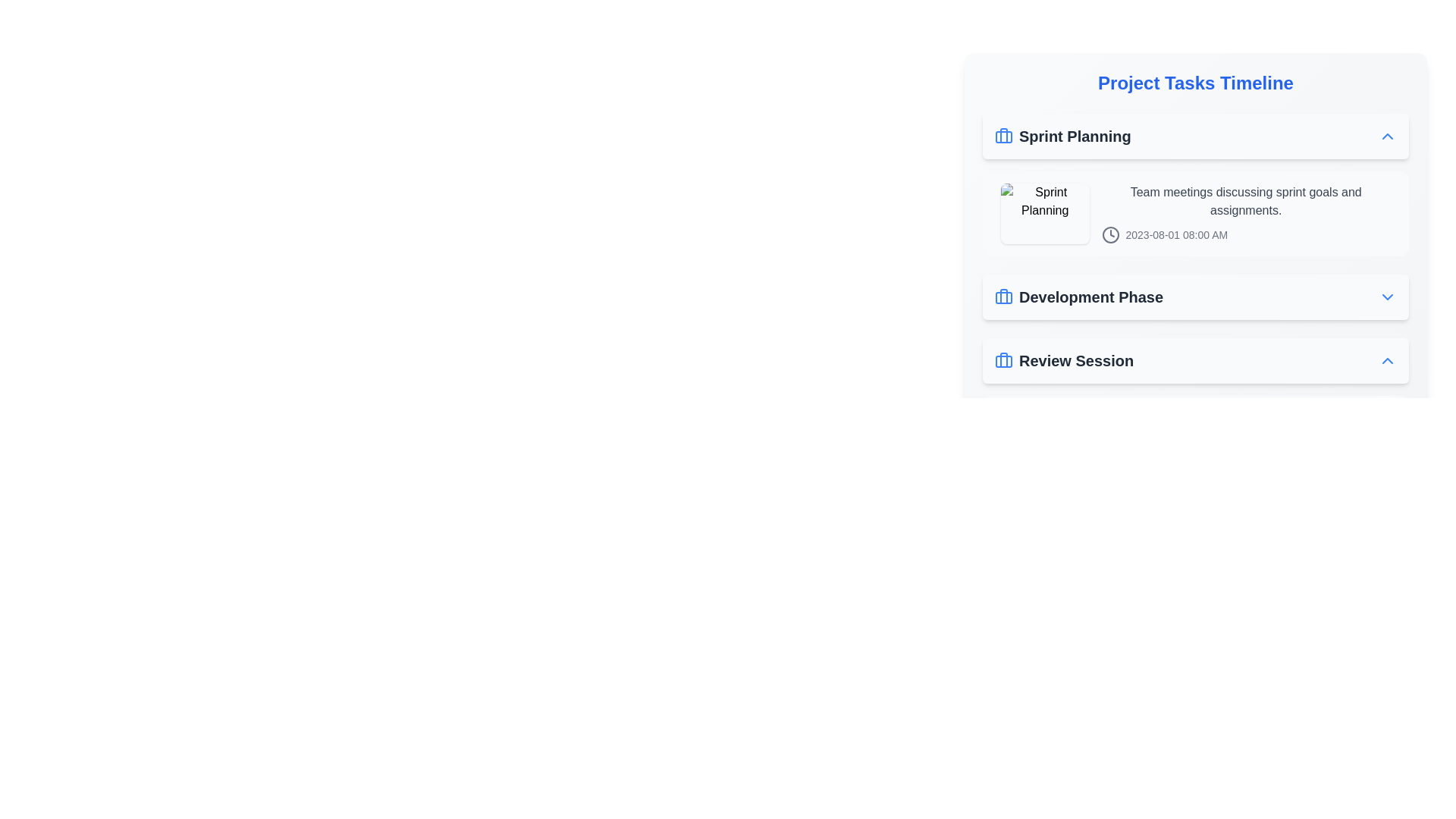 This screenshot has height=819, width=1456. I want to click on the button in the top-right corner of the 'Sprint Planning' section, so click(1387, 136).